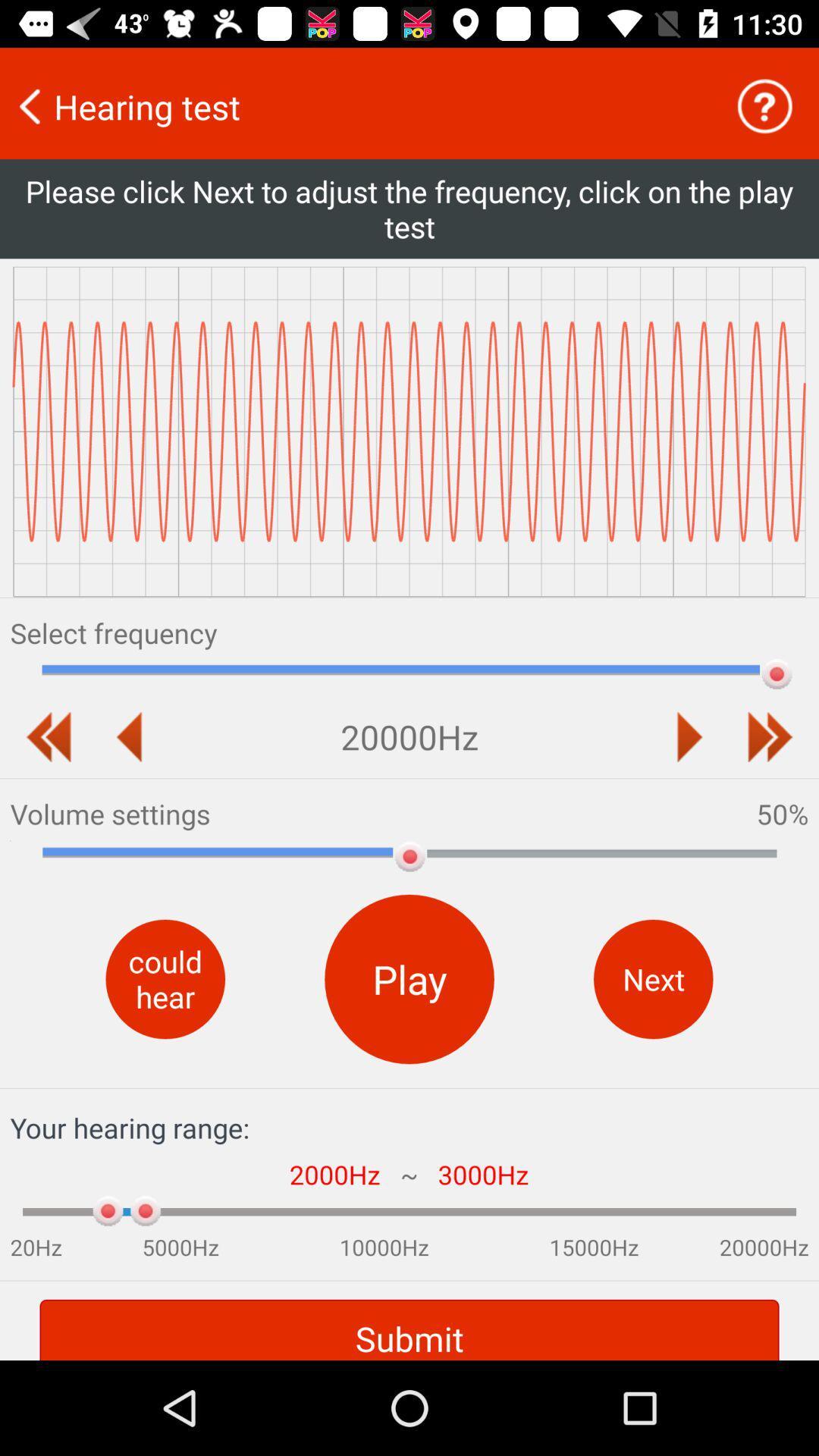 The height and width of the screenshot is (1456, 819). Describe the element at coordinates (48, 736) in the screenshot. I see `rewind at a faster speed` at that location.